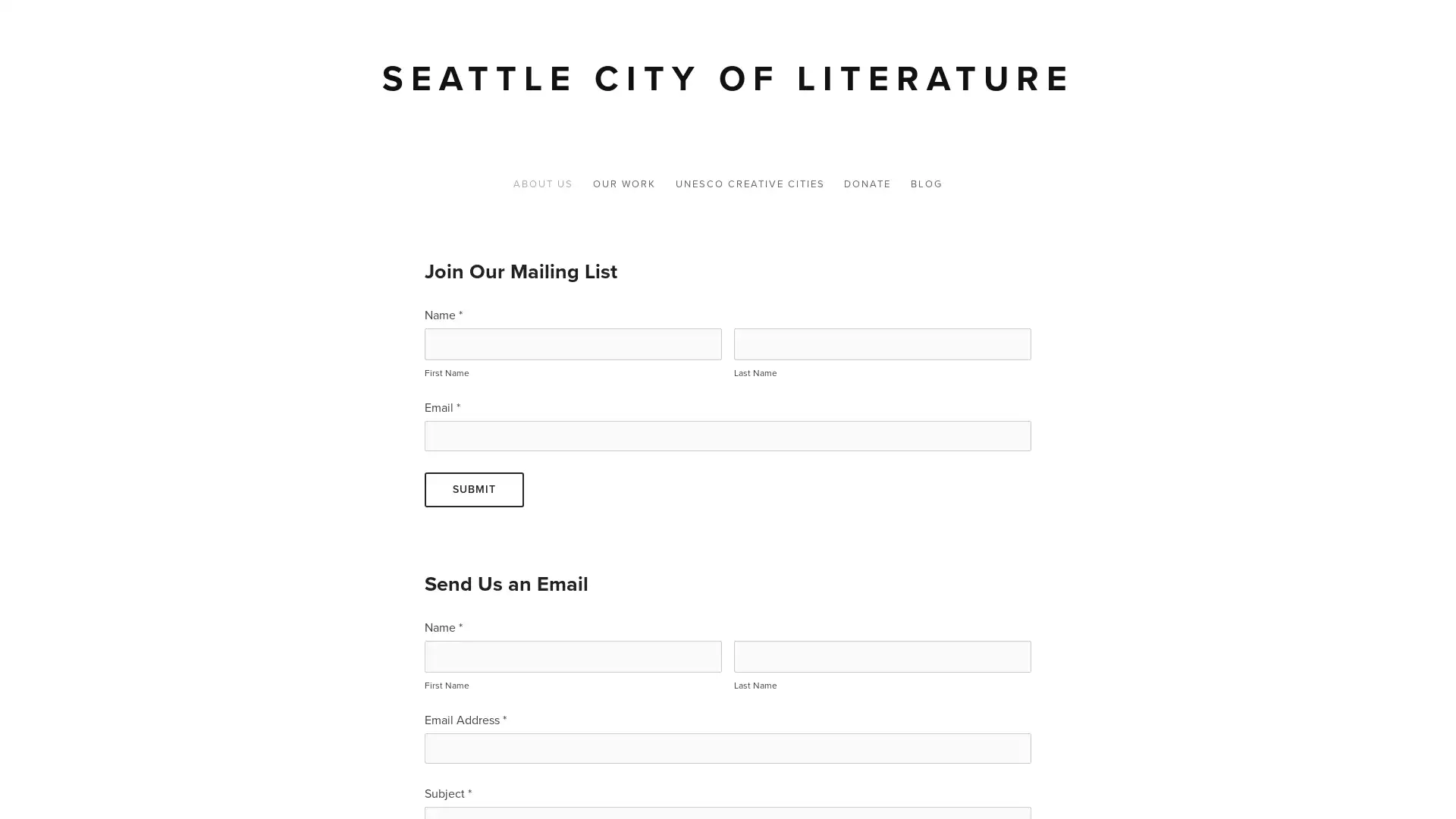 The image size is (1456, 819). I want to click on Submit, so click(473, 489).